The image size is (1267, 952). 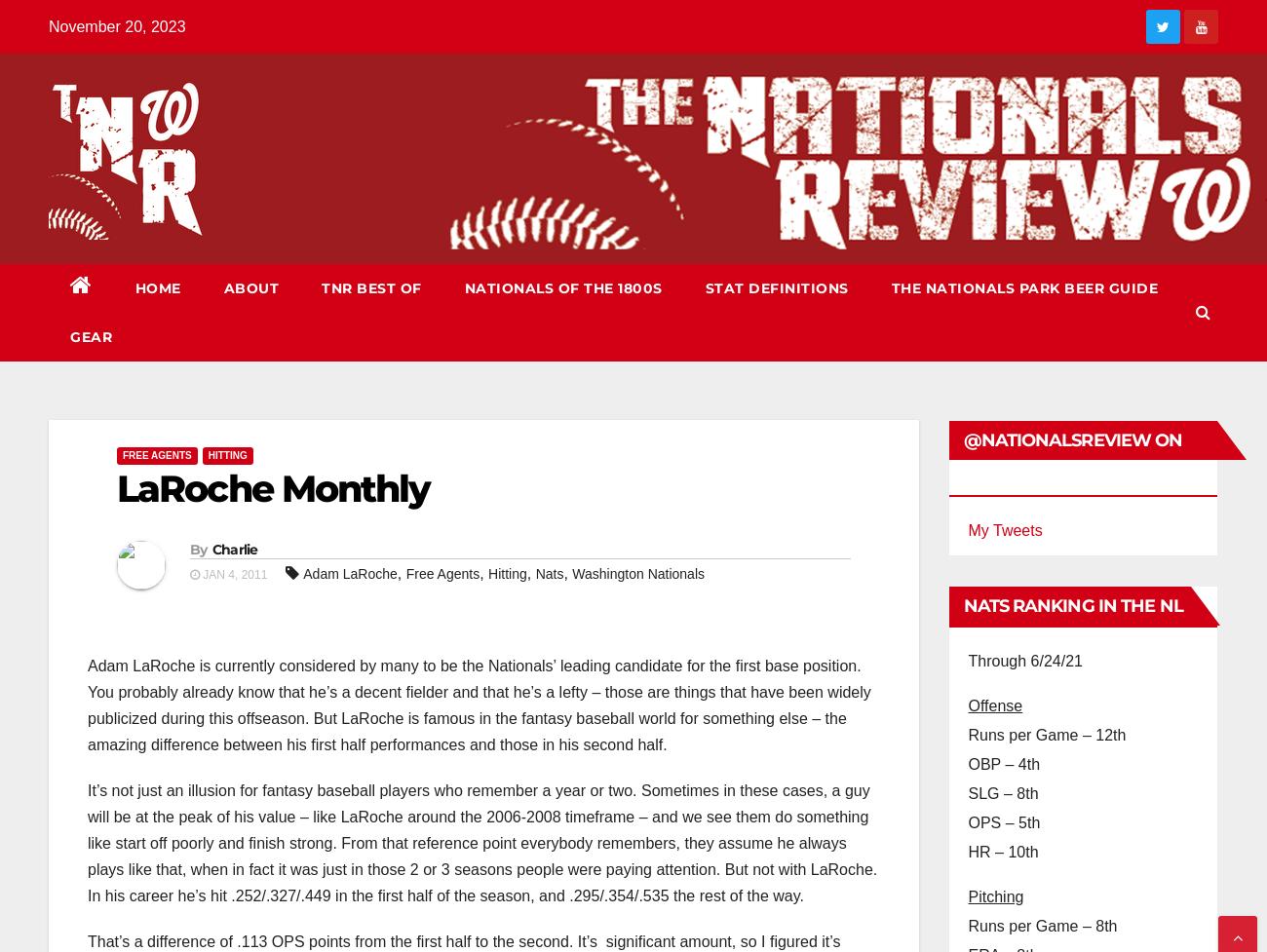 I want to click on 'About', so click(x=250, y=287).